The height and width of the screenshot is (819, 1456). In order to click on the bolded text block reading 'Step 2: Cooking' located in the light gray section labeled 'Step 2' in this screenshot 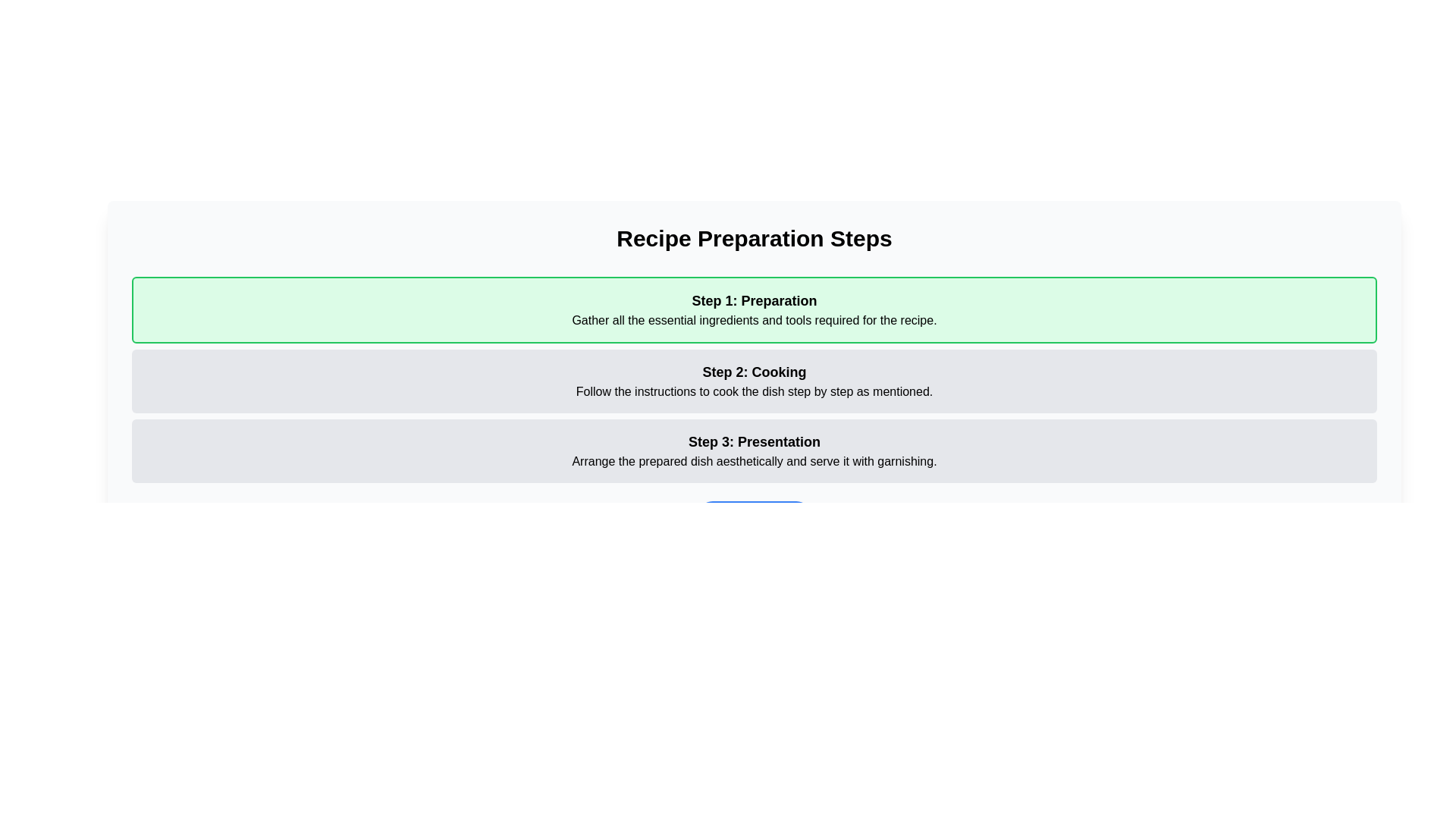, I will do `click(754, 372)`.